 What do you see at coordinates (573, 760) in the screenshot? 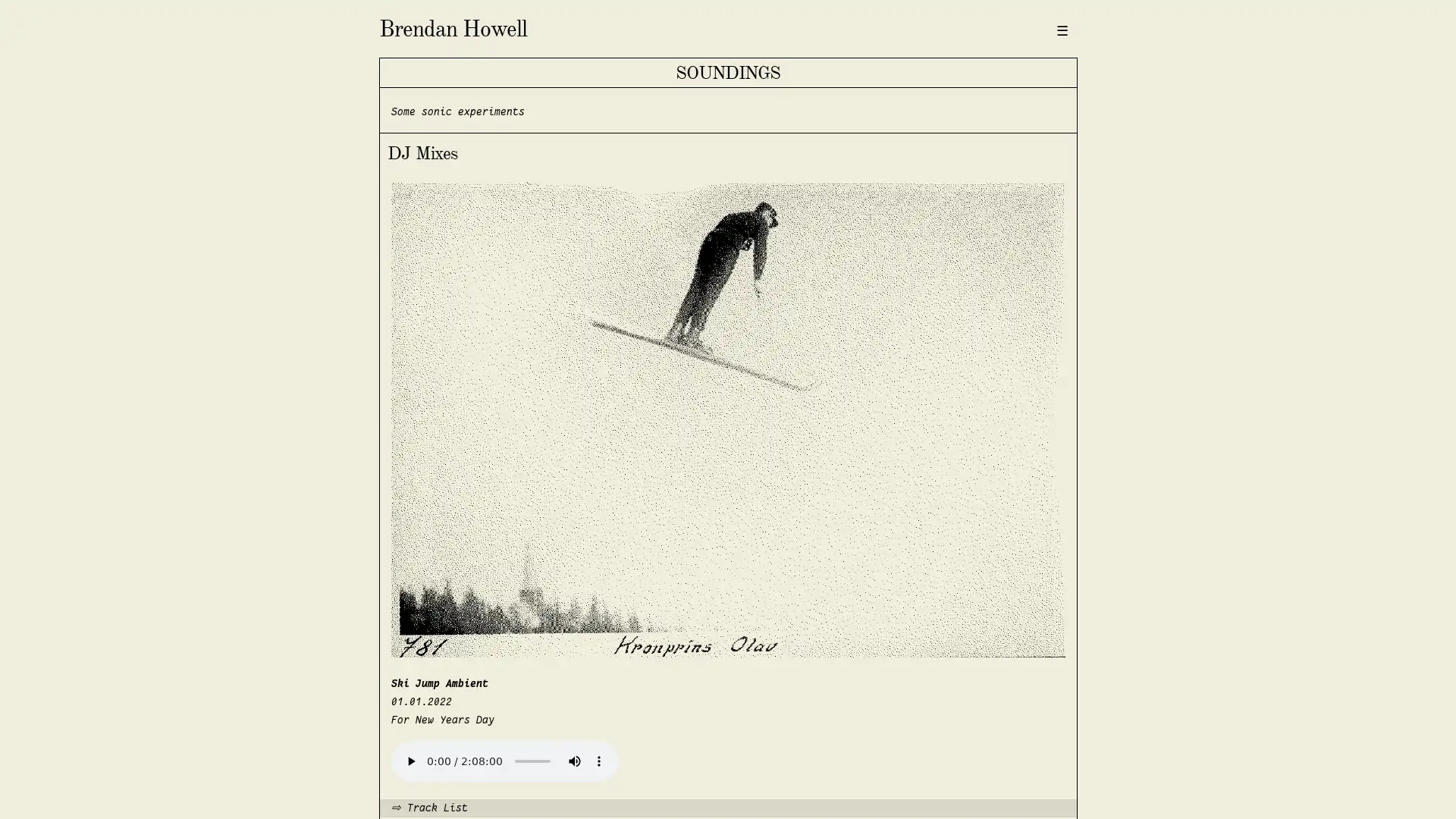
I see `mute` at bounding box center [573, 760].